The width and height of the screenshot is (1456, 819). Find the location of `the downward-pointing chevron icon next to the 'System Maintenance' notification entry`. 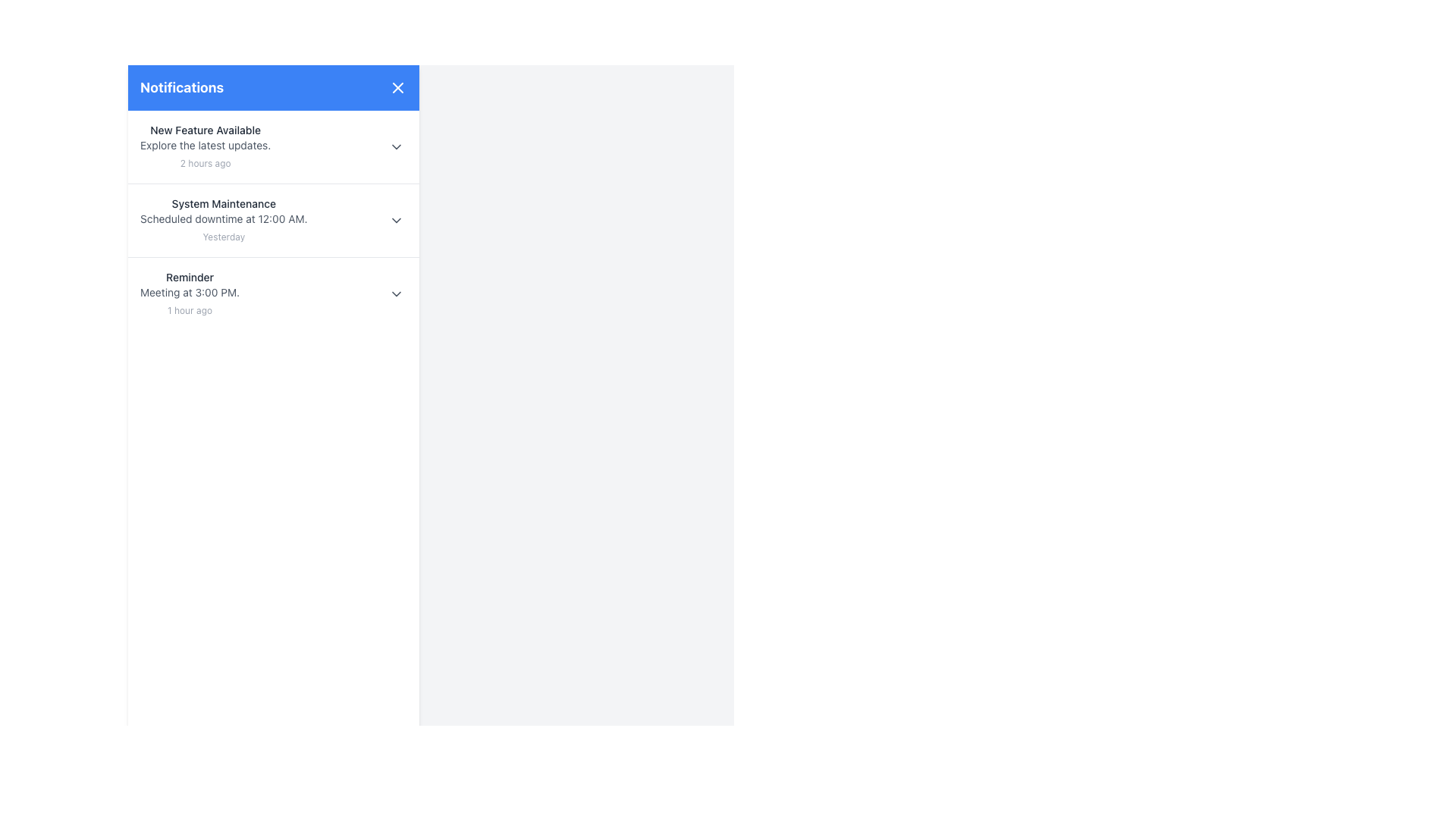

the downward-pointing chevron icon next to the 'System Maintenance' notification entry is located at coordinates (397, 220).